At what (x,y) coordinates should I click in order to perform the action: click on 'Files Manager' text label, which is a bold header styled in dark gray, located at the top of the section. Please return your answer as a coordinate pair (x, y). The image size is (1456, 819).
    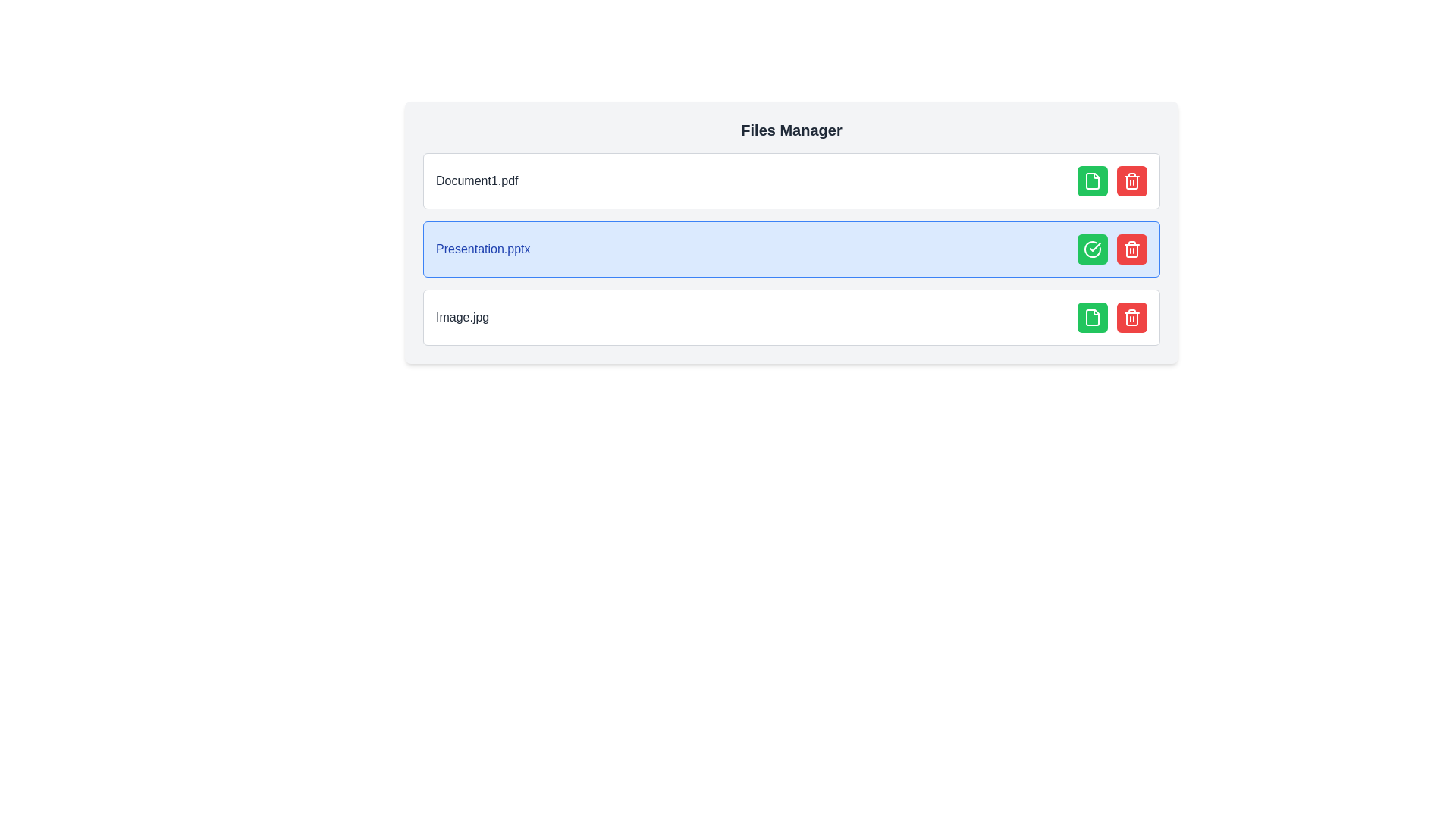
    Looking at the image, I should click on (790, 130).